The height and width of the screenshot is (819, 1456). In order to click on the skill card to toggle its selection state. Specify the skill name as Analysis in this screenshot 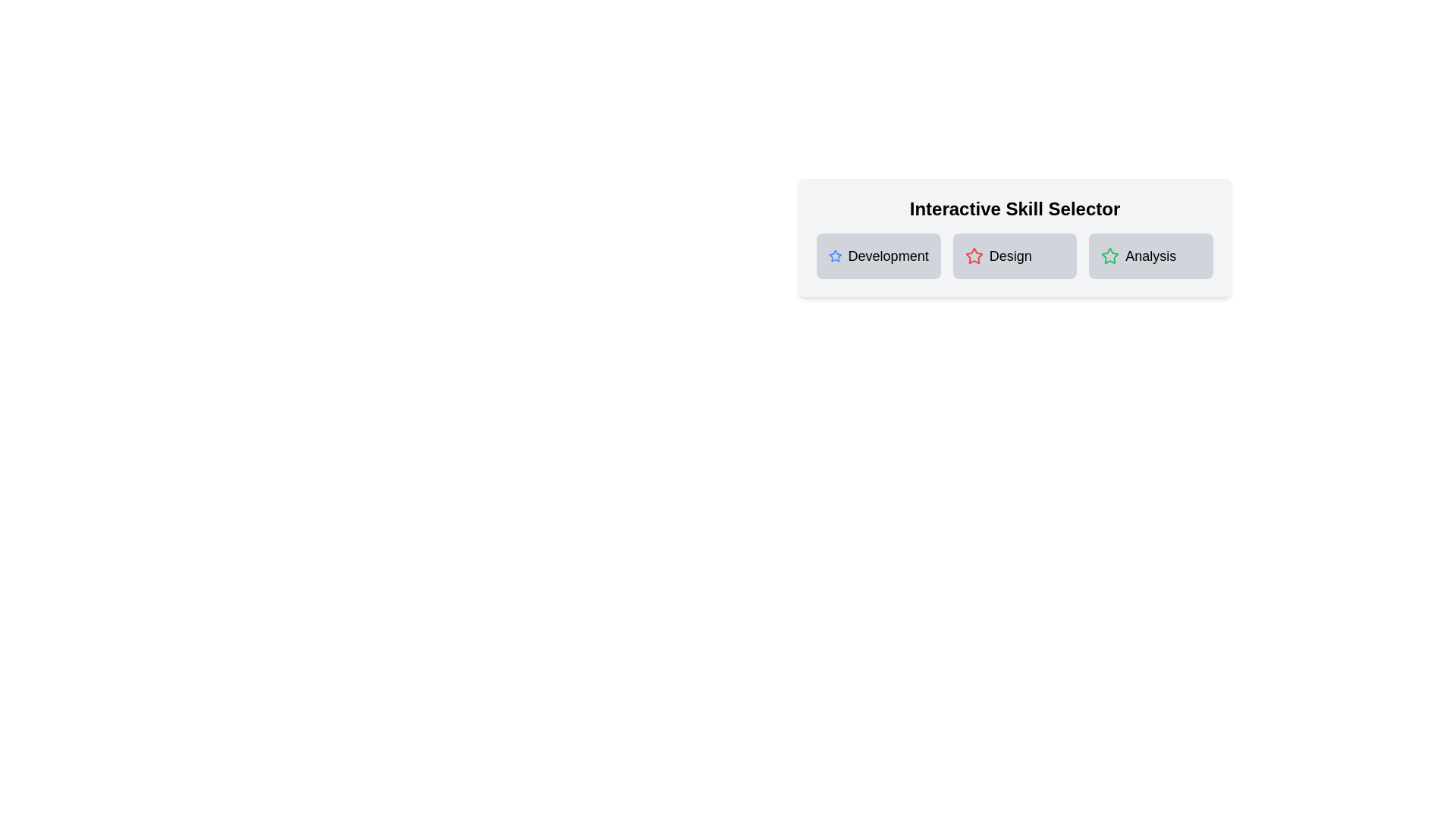, I will do `click(1151, 256)`.